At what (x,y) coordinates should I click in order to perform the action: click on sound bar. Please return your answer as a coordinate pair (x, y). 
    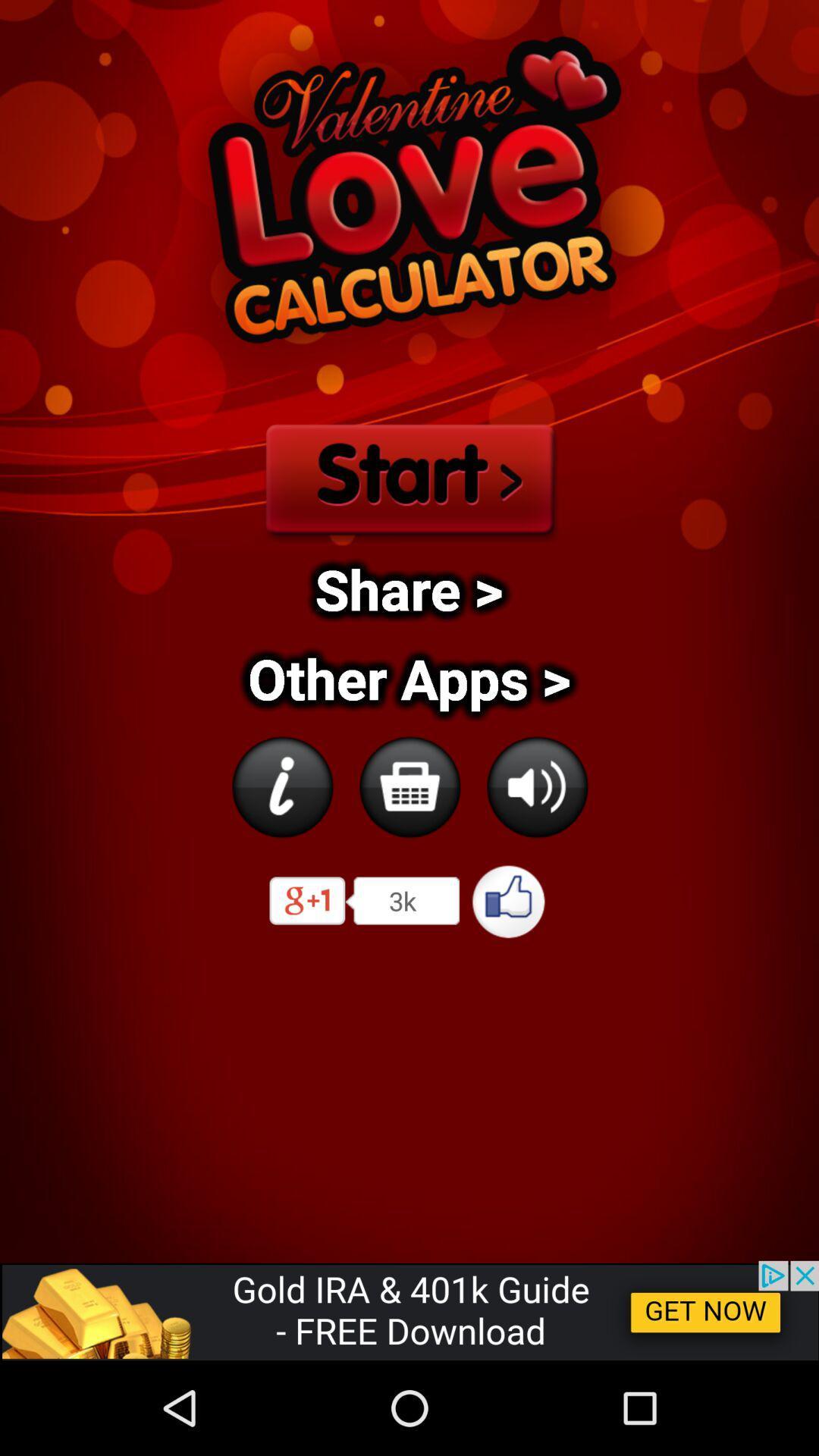
    Looking at the image, I should click on (536, 786).